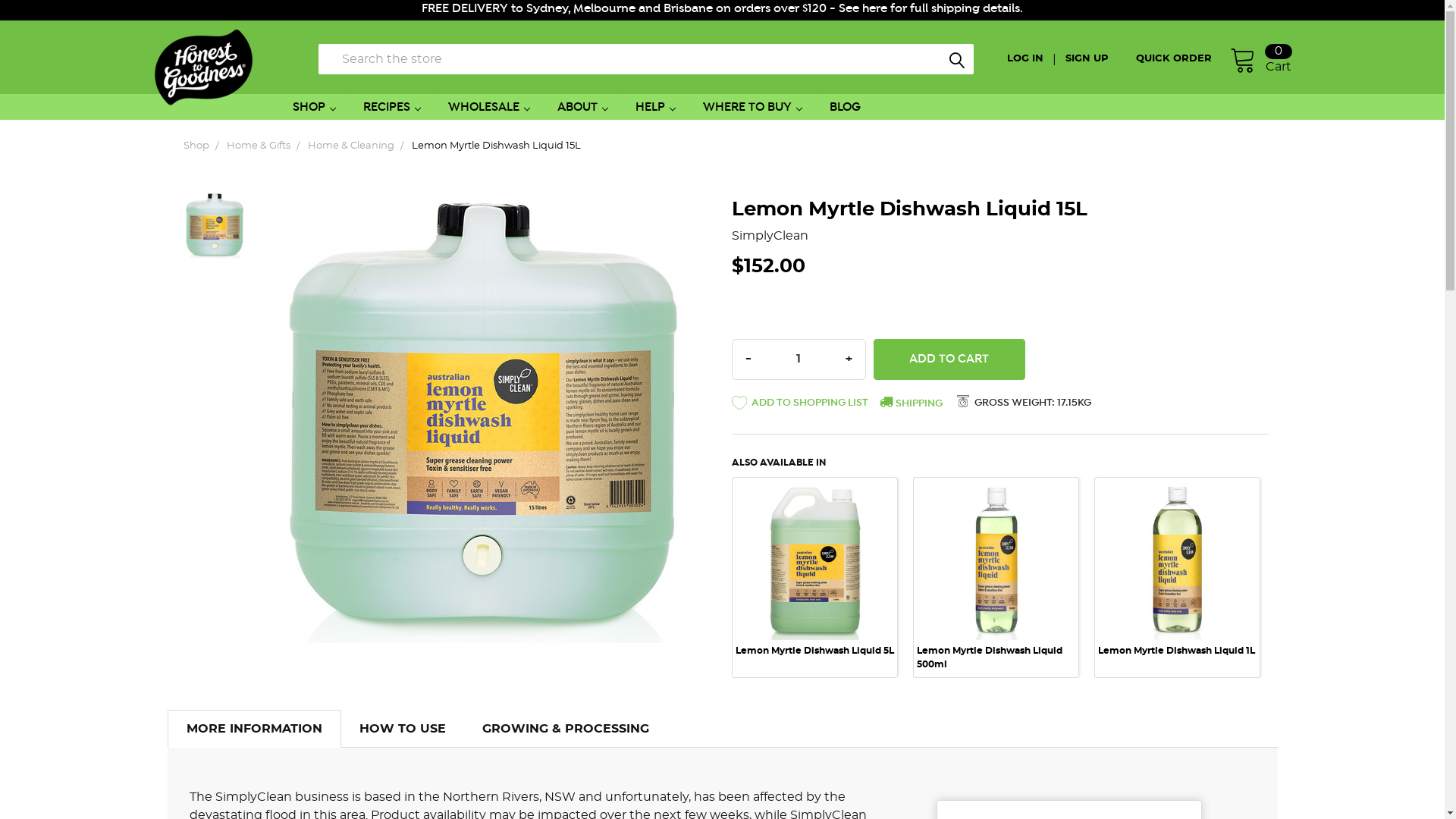 The image size is (1456, 819). Describe the element at coordinates (206, 67) in the screenshot. I see `'Honest to Goodness'` at that location.